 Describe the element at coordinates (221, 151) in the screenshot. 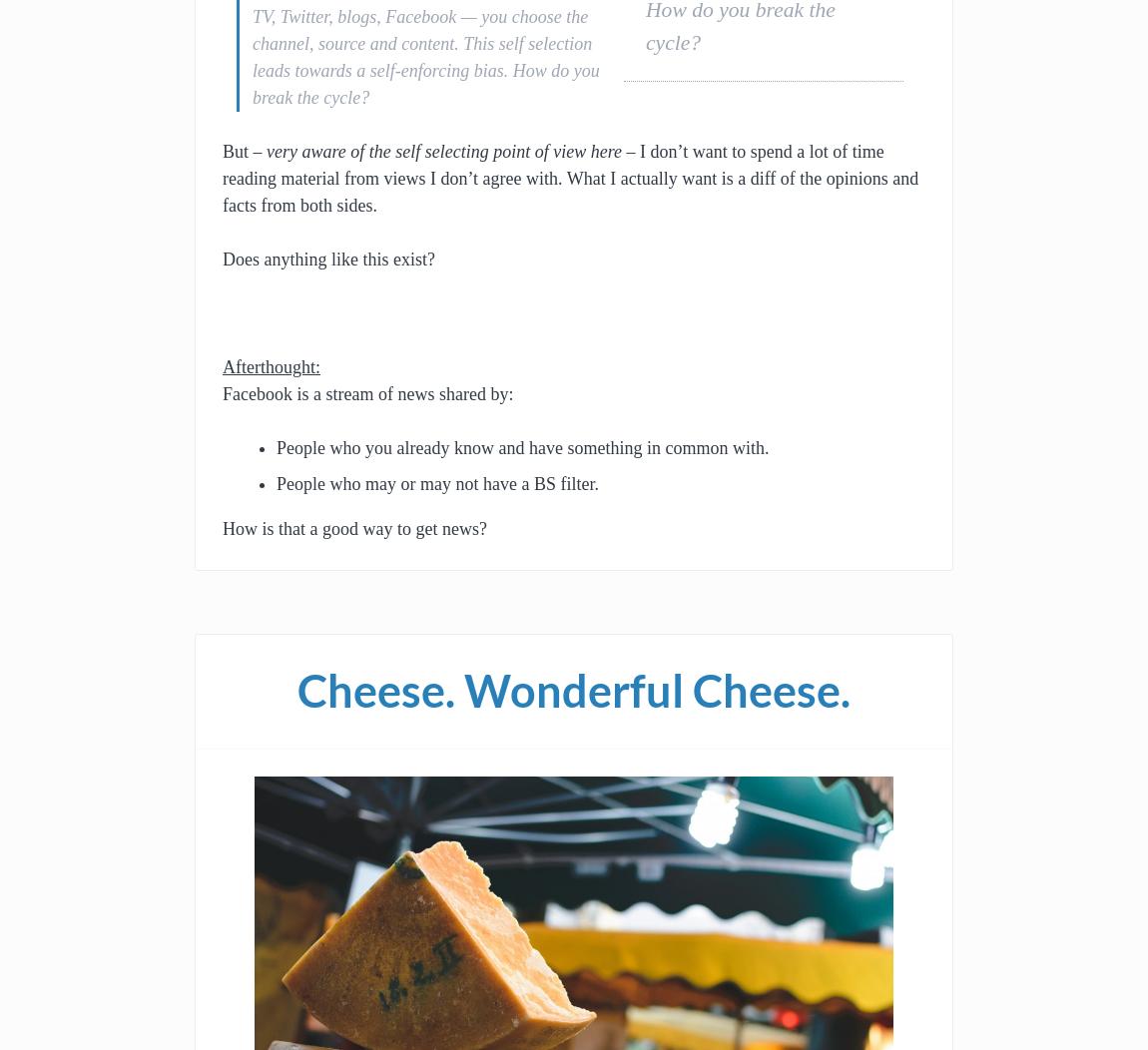

I see `'But –'` at that location.